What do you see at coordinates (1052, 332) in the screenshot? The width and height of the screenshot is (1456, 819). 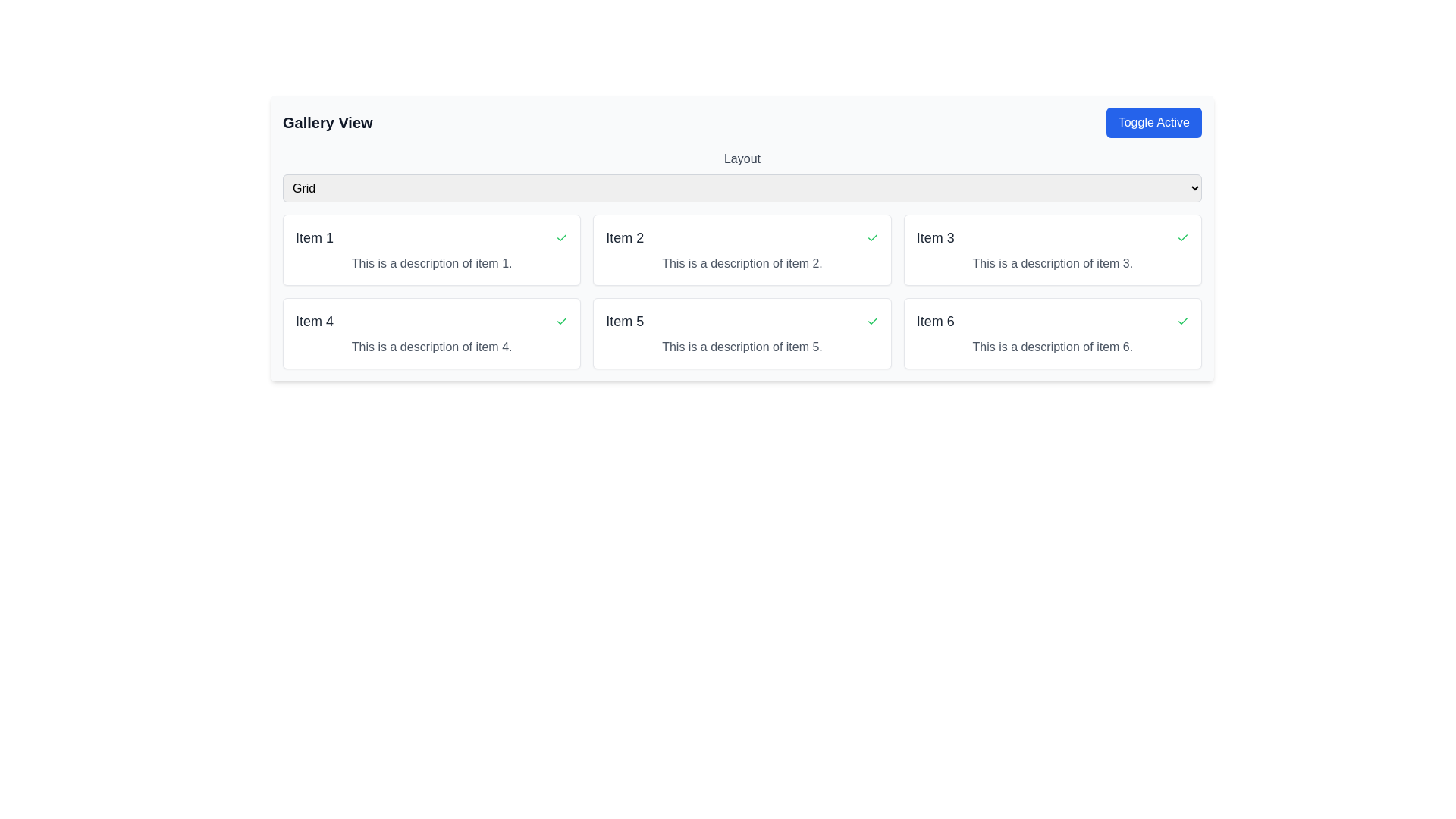 I see `title and description of the informational card for 'Item 6', which is visually indicated by a green checkmark and is located in the third column of the second row of the grid layout` at bounding box center [1052, 332].